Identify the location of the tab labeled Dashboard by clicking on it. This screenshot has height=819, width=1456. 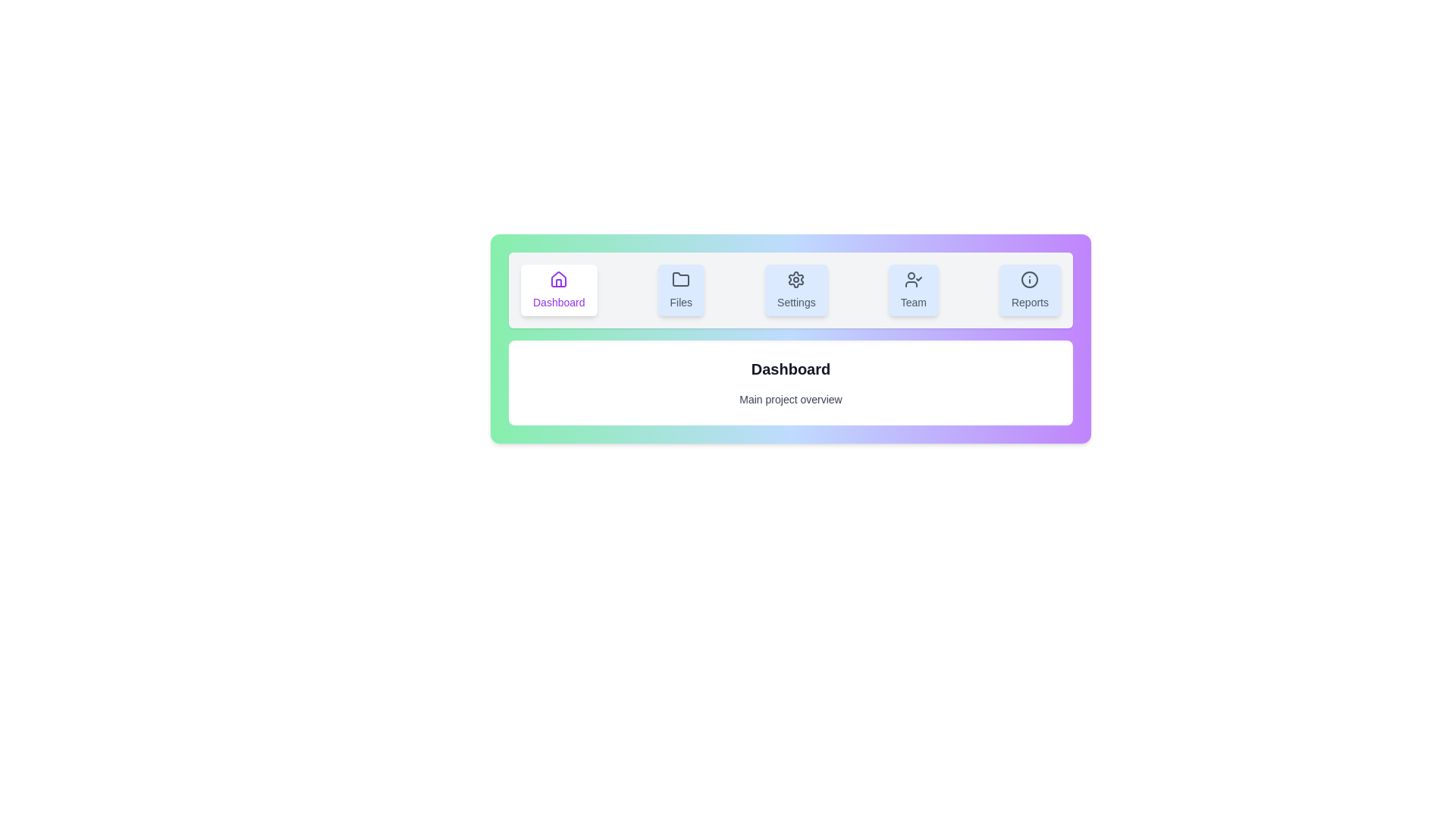
(558, 290).